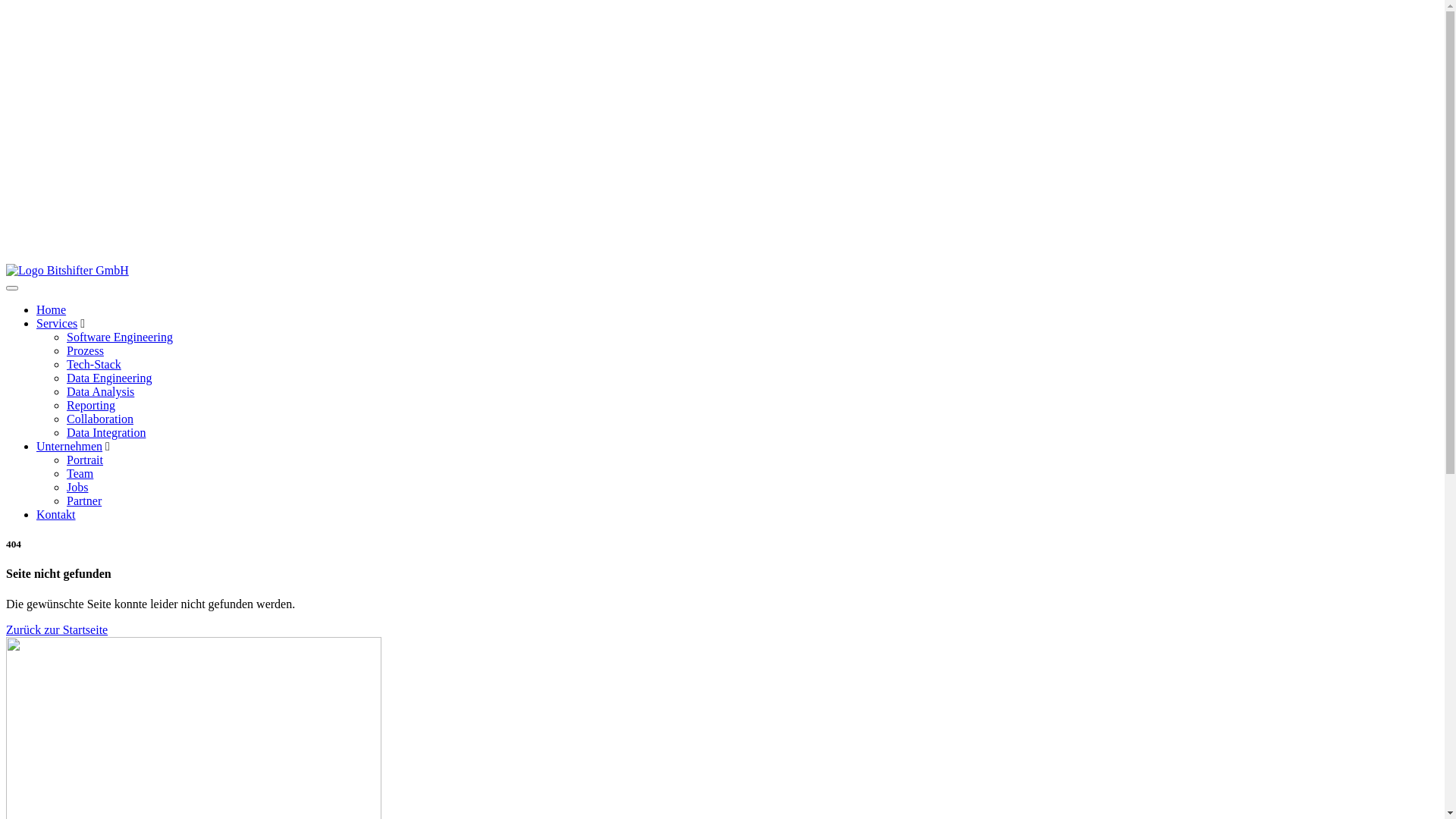 This screenshot has width=1456, height=819. I want to click on 'Tech-Stack', so click(65, 364).